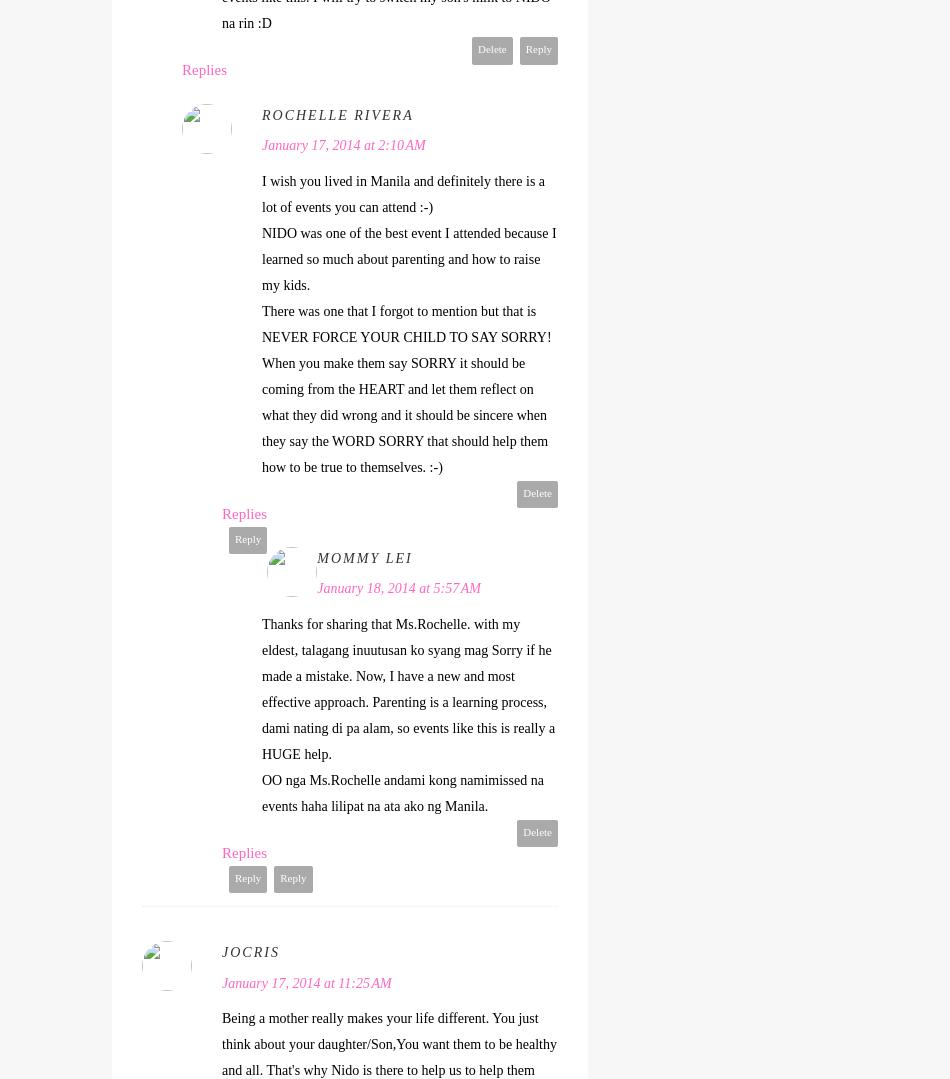 The width and height of the screenshot is (950, 1079). Describe the element at coordinates (261, 258) in the screenshot. I see `'NIDO was one of the best event I attended because I learned so much about parenting and how to raise my kids.'` at that location.